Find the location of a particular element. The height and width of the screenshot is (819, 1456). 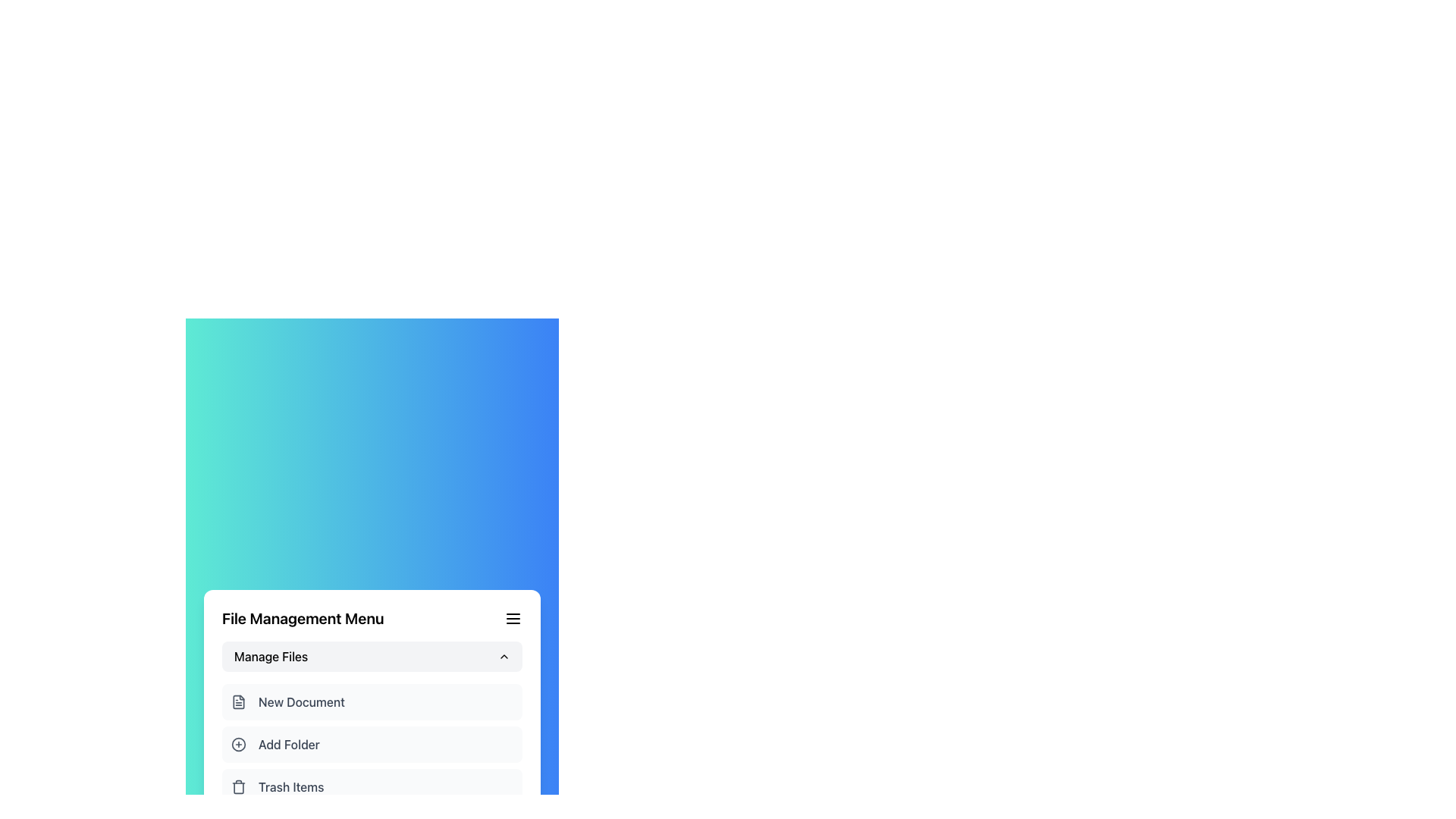

the trash bin icon located to the left of the 'Trash Items' text in the 'File Management Menu' interface is located at coordinates (238, 786).